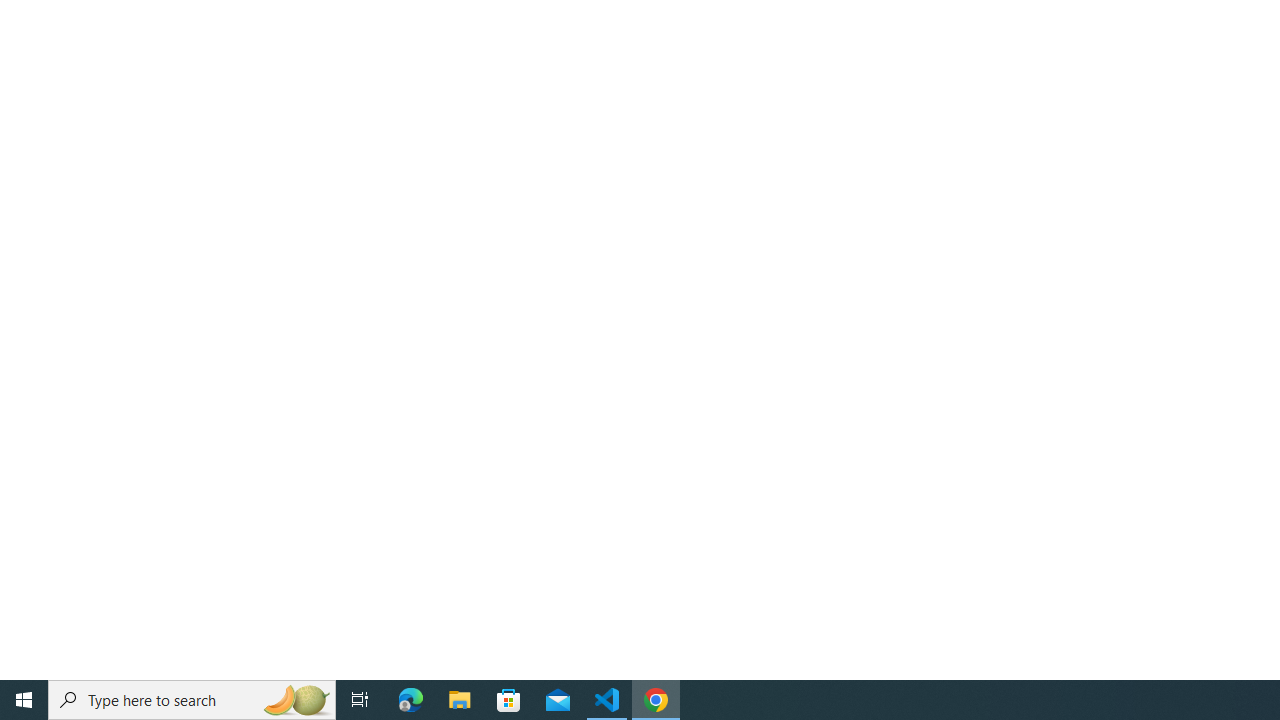 This screenshot has width=1280, height=720. Describe the element at coordinates (509, 698) in the screenshot. I see `'Microsoft Store'` at that location.